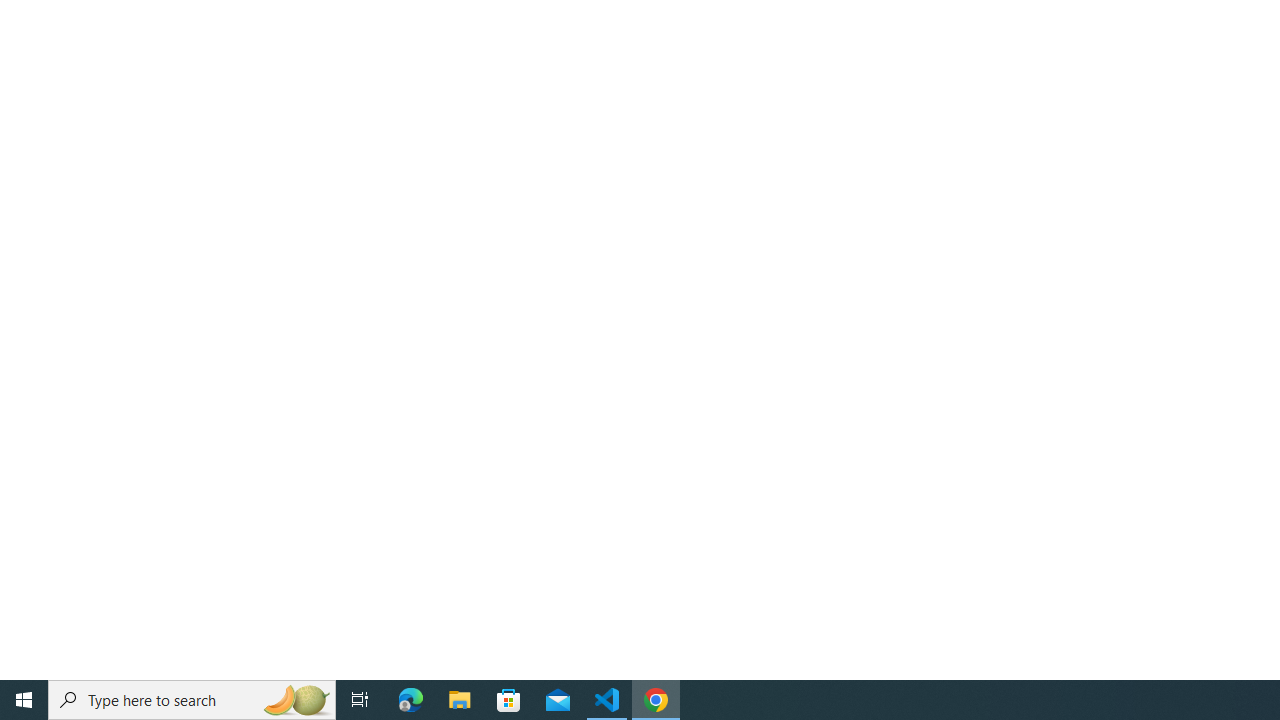 This screenshot has width=1280, height=720. Describe the element at coordinates (509, 698) in the screenshot. I see `'Microsoft Store'` at that location.